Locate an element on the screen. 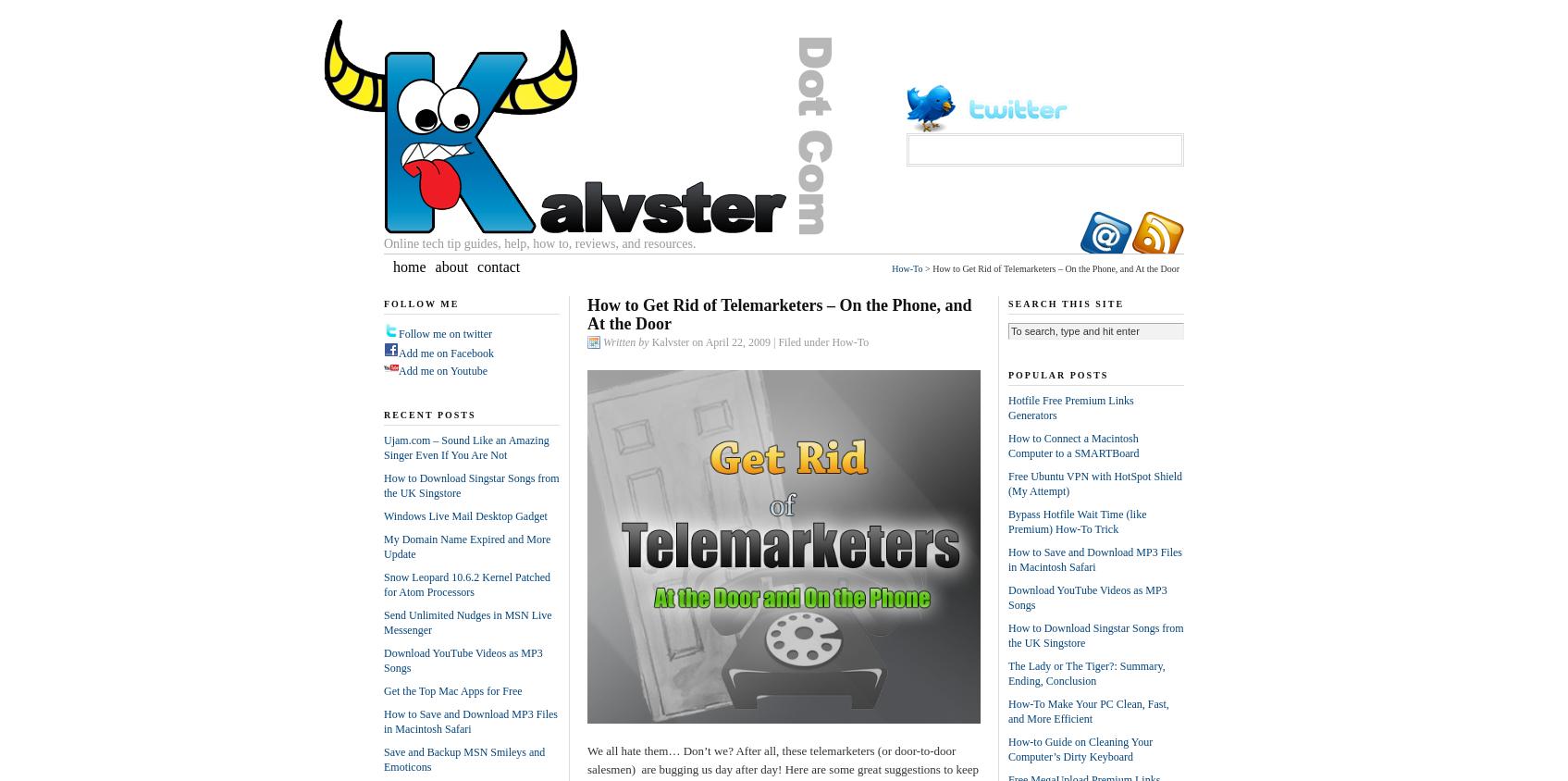  'about' is located at coordinates (434, 265).